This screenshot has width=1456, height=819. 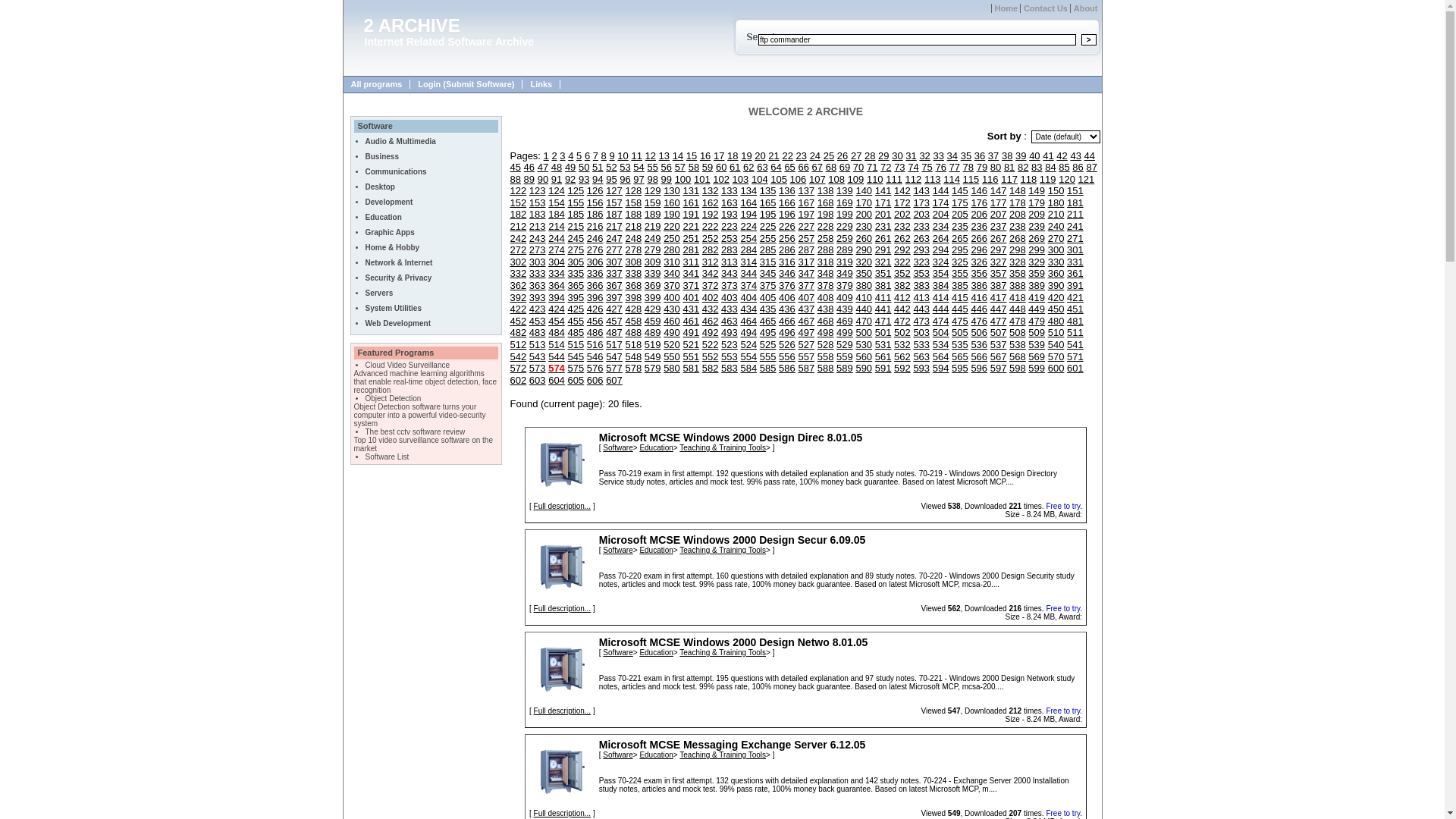 What do you see at coordinates (729, 226) in the screenshot?
I see `'223'` at bounding box center [729, 226].